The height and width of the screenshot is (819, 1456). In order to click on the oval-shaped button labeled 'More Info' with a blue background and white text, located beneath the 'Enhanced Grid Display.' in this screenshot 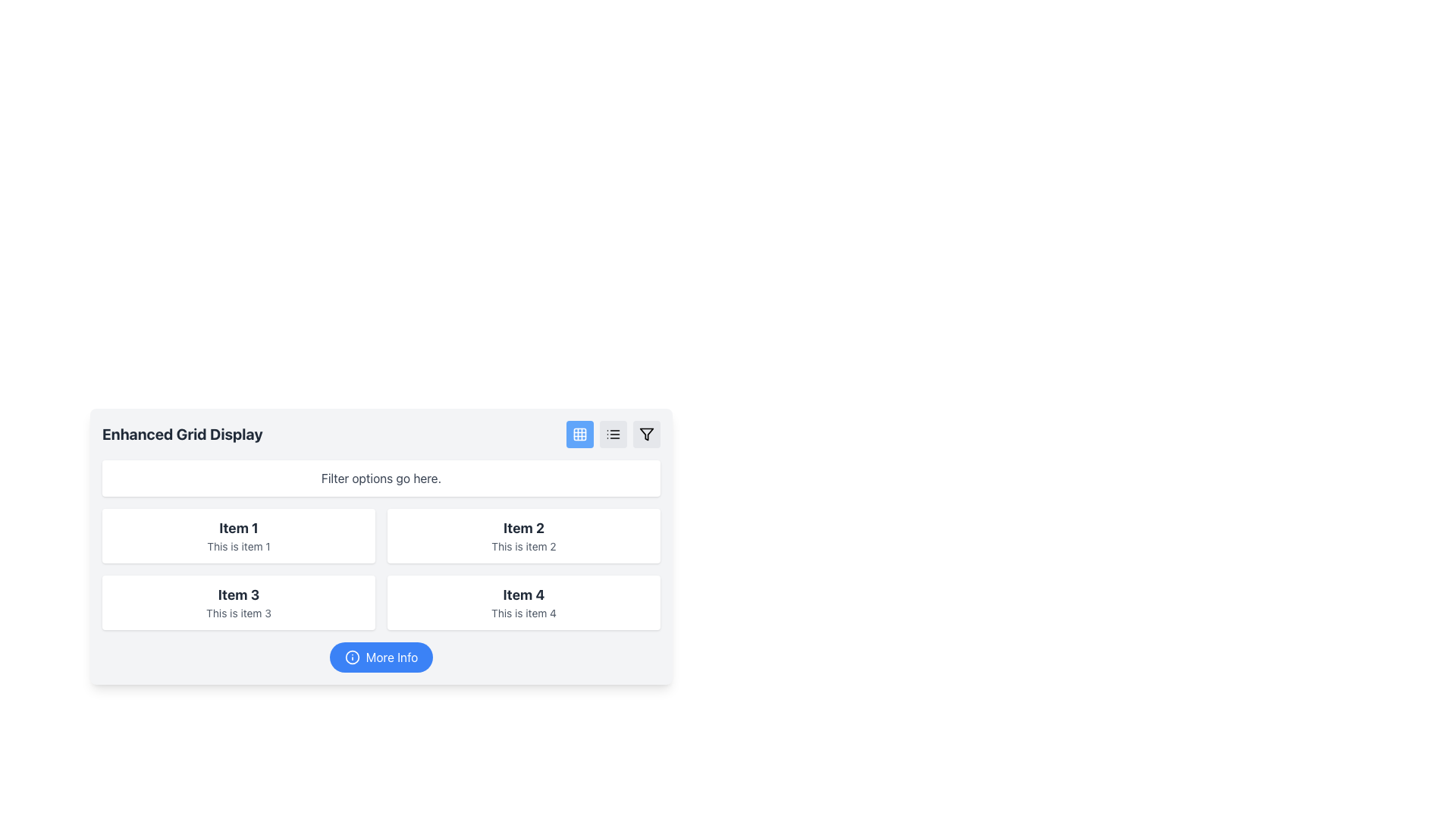, I will do `click(381, 657)`.